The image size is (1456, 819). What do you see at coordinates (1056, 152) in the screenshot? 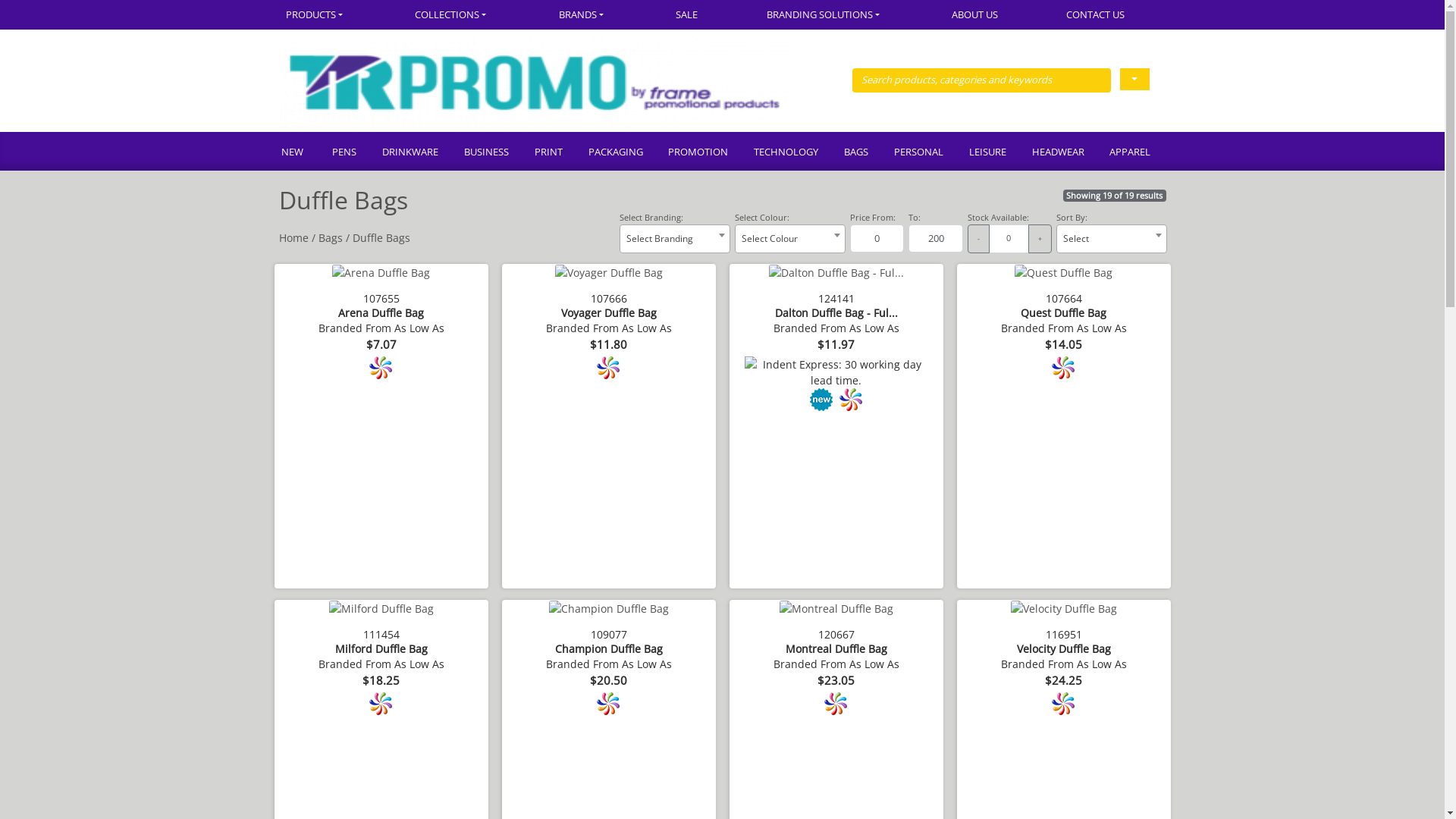
I see `'HEADWEAR'` at bounding box center [1056, 152].